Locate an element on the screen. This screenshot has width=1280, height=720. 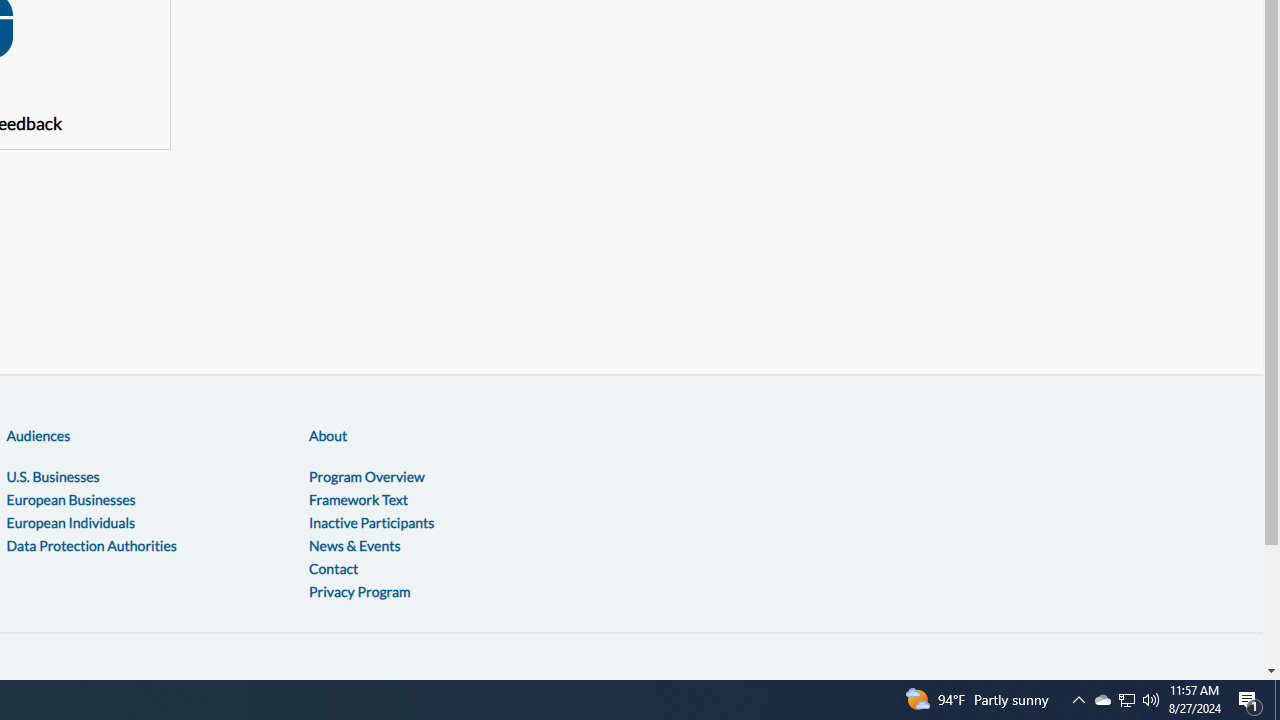
'Framework Text' is located at coordinates (358, 498).